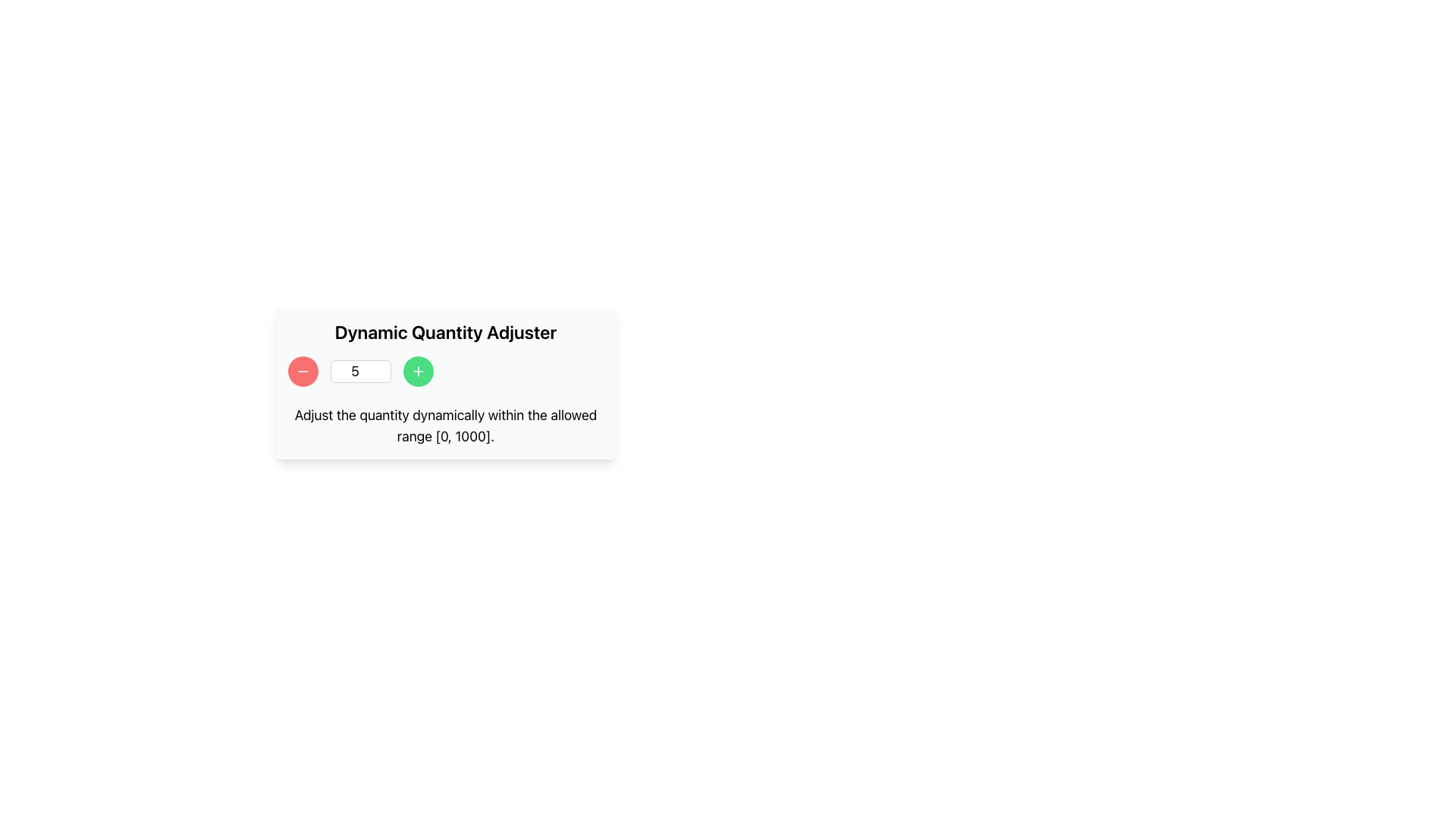 The image size is (1456, 819). Describe the element at coordinates (419, 371) in the screenshot. I see `the circular green button with a white '+' icon to increment the value` at that location.